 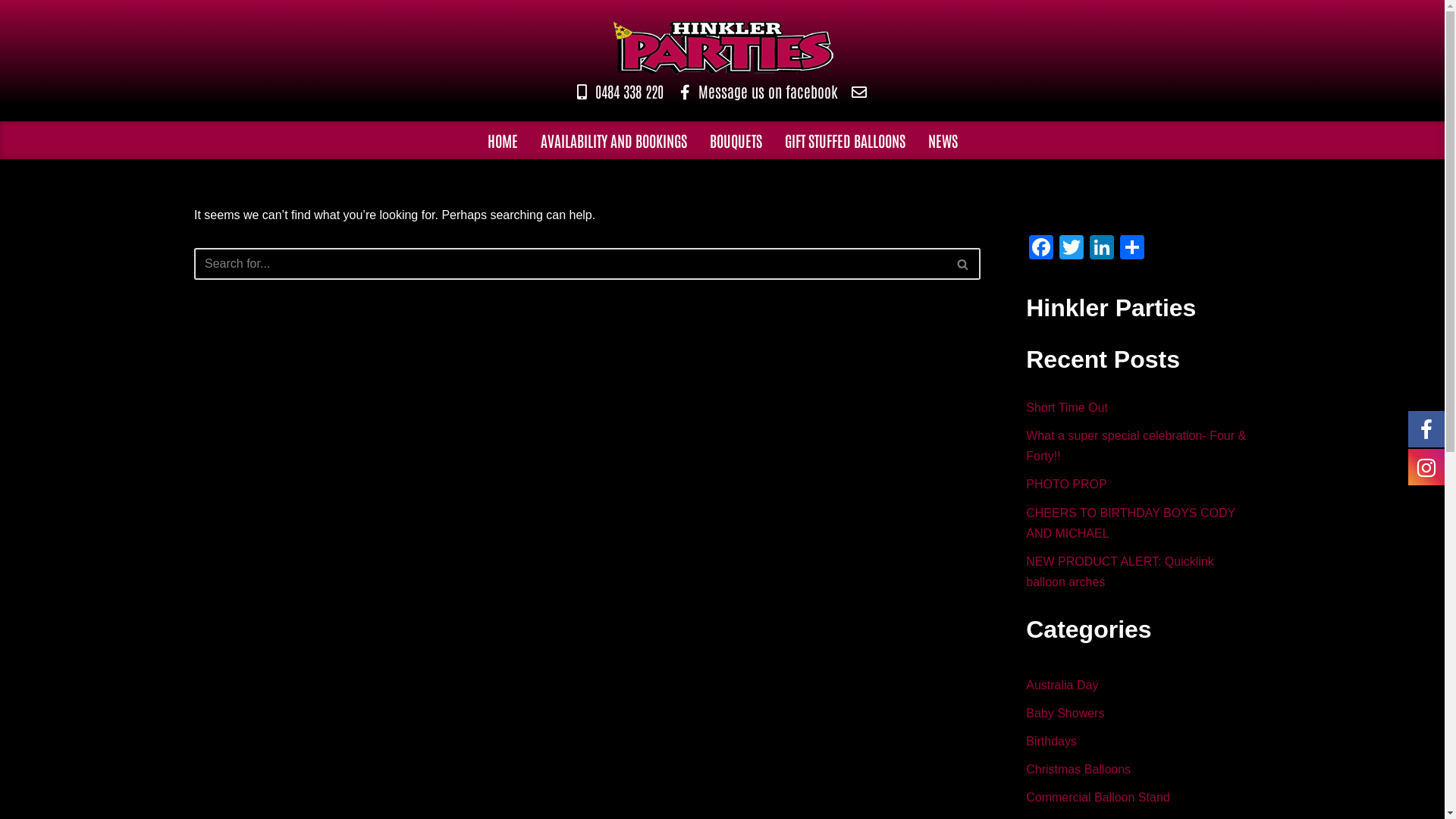 I want to click on 'What a super special celebration- Four & Forty!!', so click(x=1135, y=444).